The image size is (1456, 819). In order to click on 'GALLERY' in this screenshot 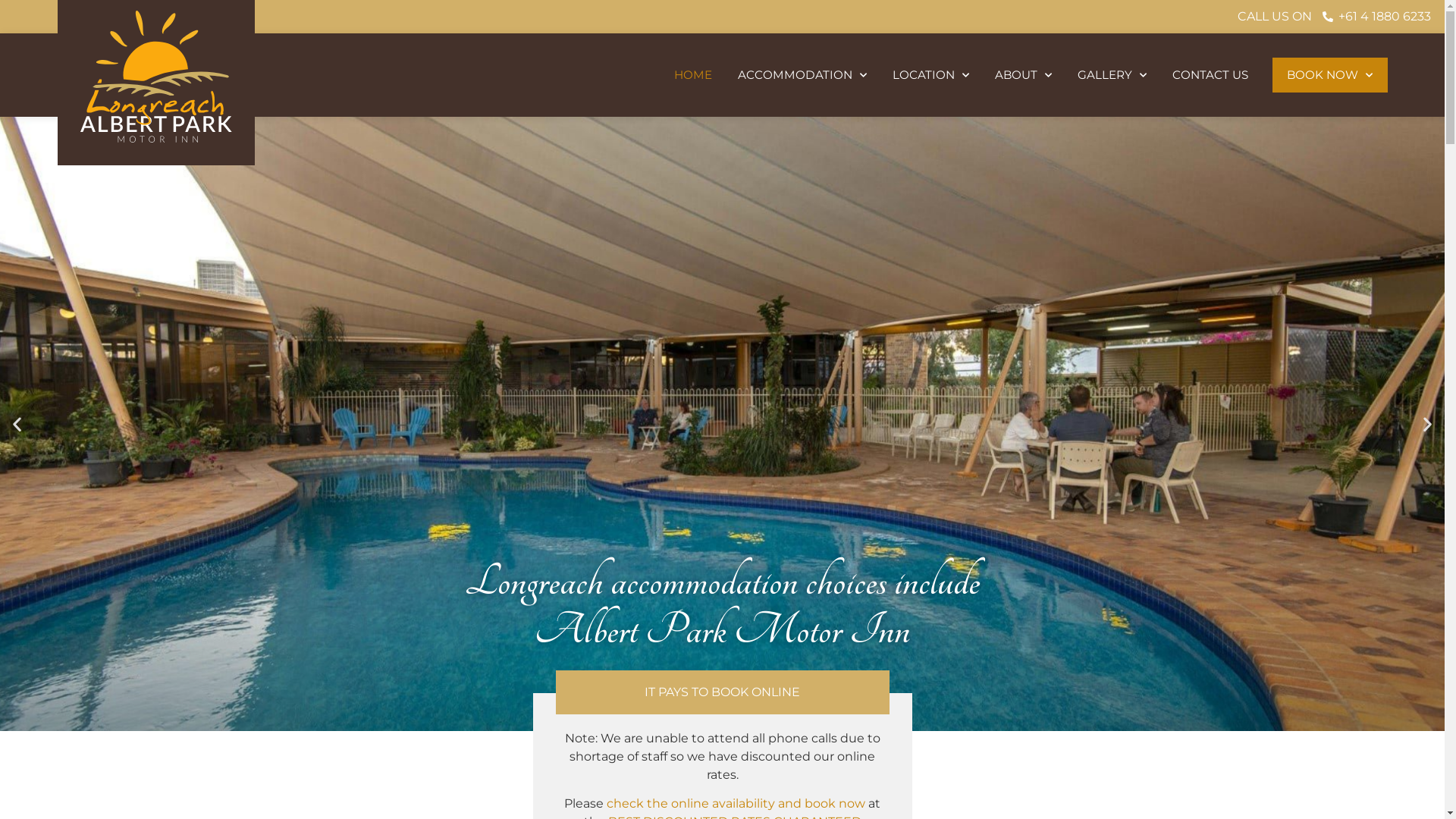, I will do `click(1112, 75)`.